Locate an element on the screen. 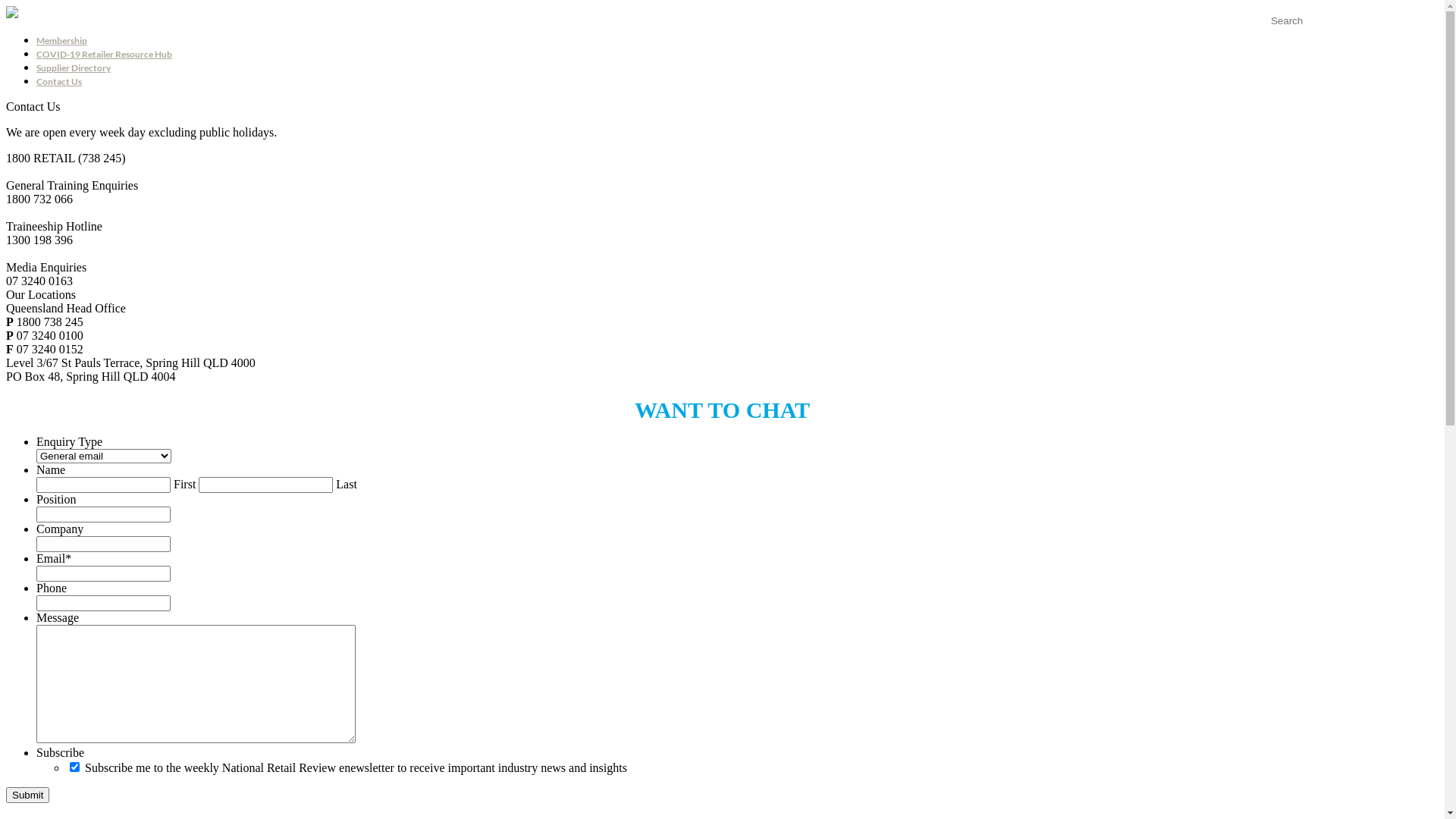 The width and height of the screenshot is (1456, 819). 'Membership' is located at coordinates (61, 39).